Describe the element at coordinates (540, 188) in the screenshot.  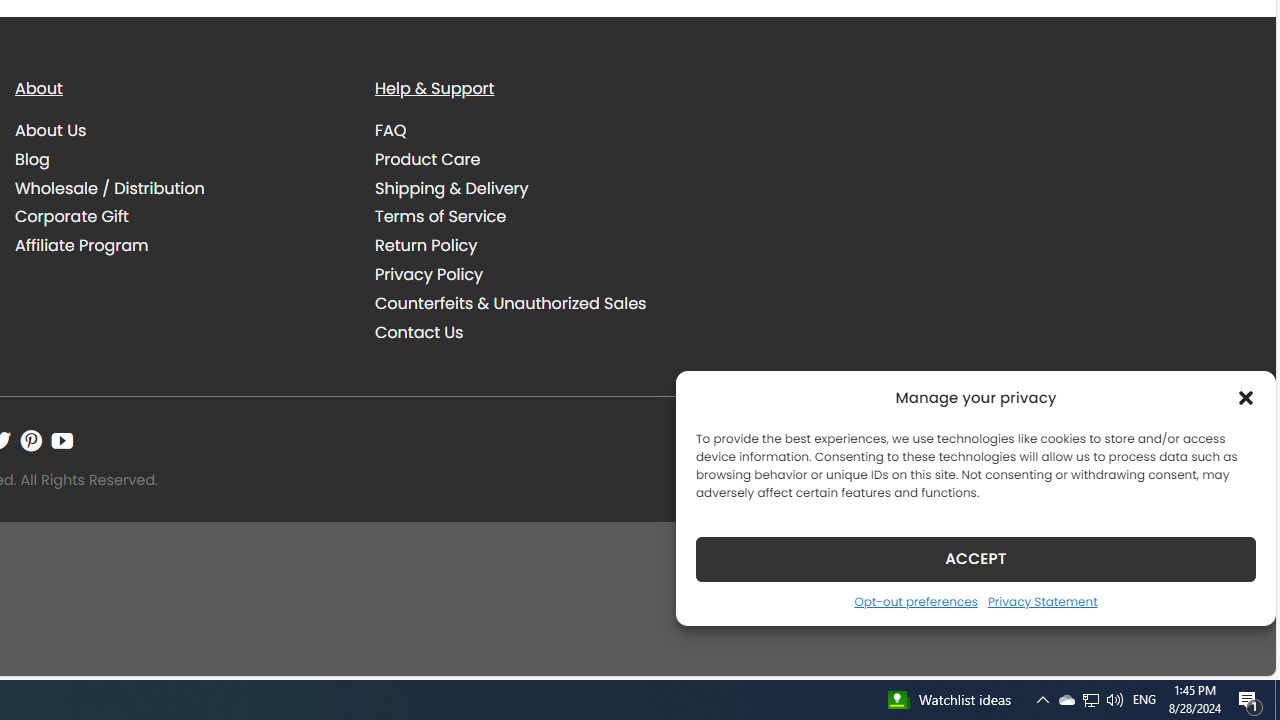
I see `'Shipping & Delivery'` at that location.